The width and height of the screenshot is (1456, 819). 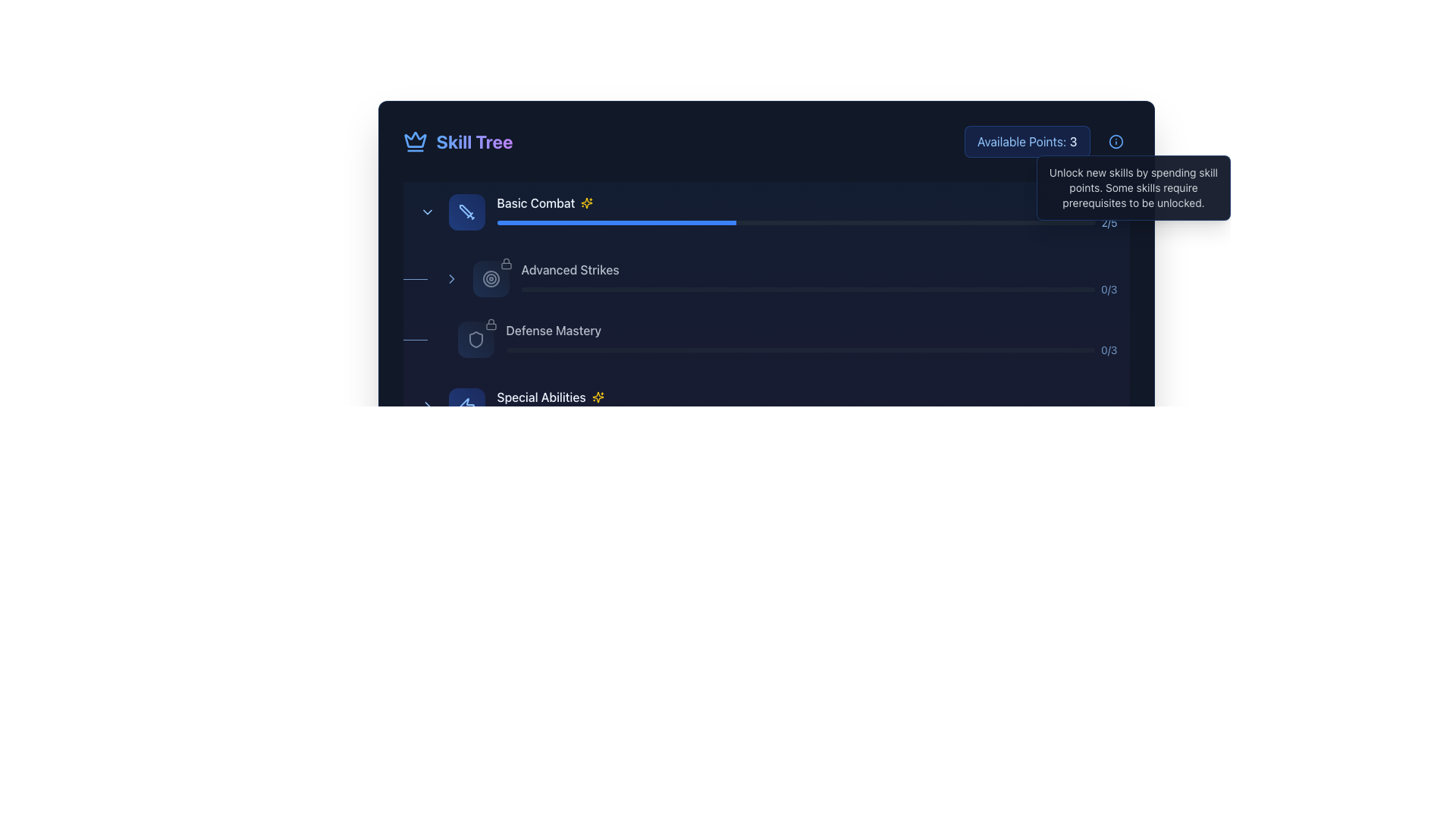 I want to click on the progress bar located in the 'Advanced Strikes' section of the skill tree interface, which visually represents the progress out of 3 steps, so click(x=818, y=289).